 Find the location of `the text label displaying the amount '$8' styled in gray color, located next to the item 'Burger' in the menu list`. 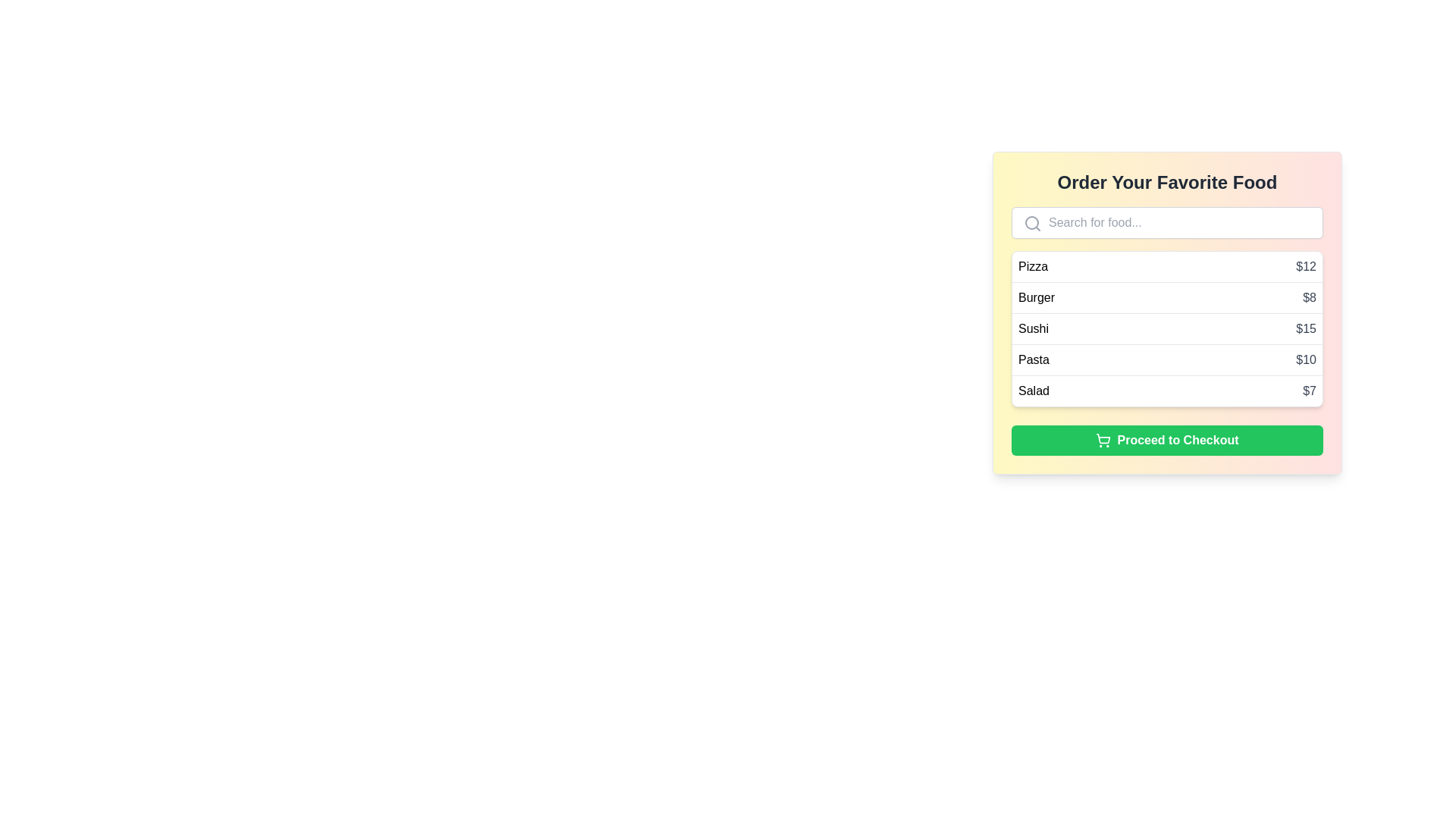

the text label displaying the amount '$8' styled in gray color, located next to the item 'Burger' in the menu list is located at coordinates (1309, 298).